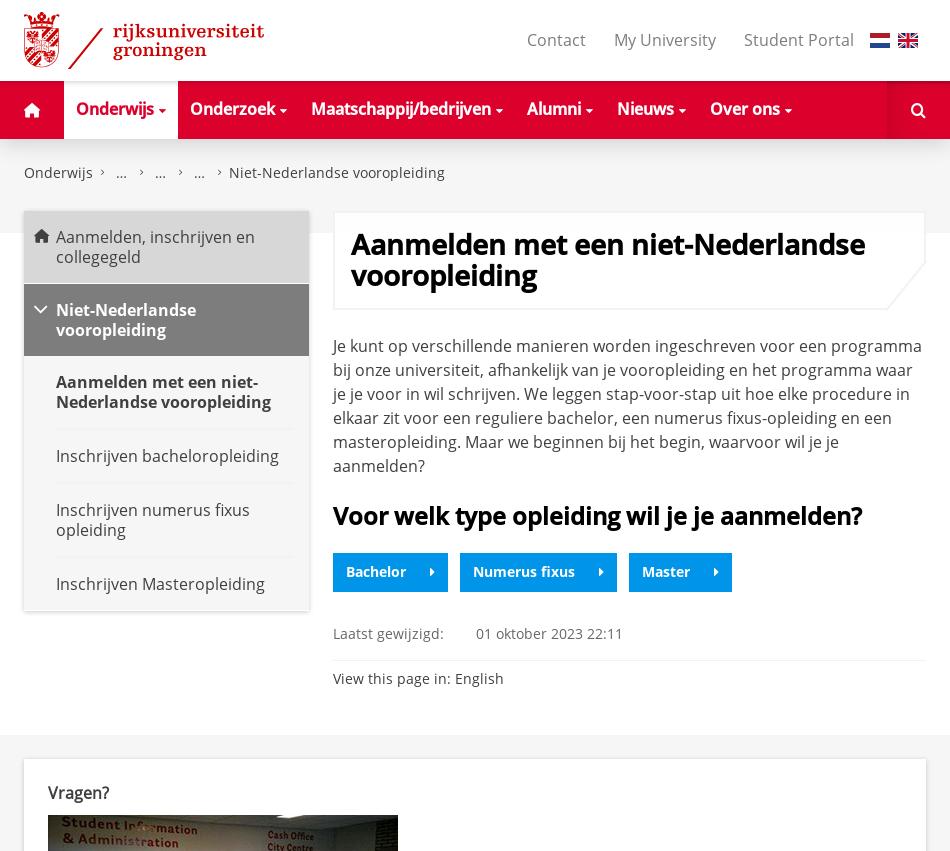  Describe the element at coordinates (626, 403) in the screenshot. I see `'Je kunt op verschillende manieren worden ingeschreven voor een programma bij onze universiteit, afhankelijk van je vooropleiding en het programma waar je je voor in wil schrijven. We leggen stap-voor-stap uit hoe elke procedure in elkaar zit voor een reguliere bachelor, een numerus fixus-opleiding en een masteropleiding. Maar we beginnen bij het begin, waarvoor wil je je aanmelden?'` at that location.